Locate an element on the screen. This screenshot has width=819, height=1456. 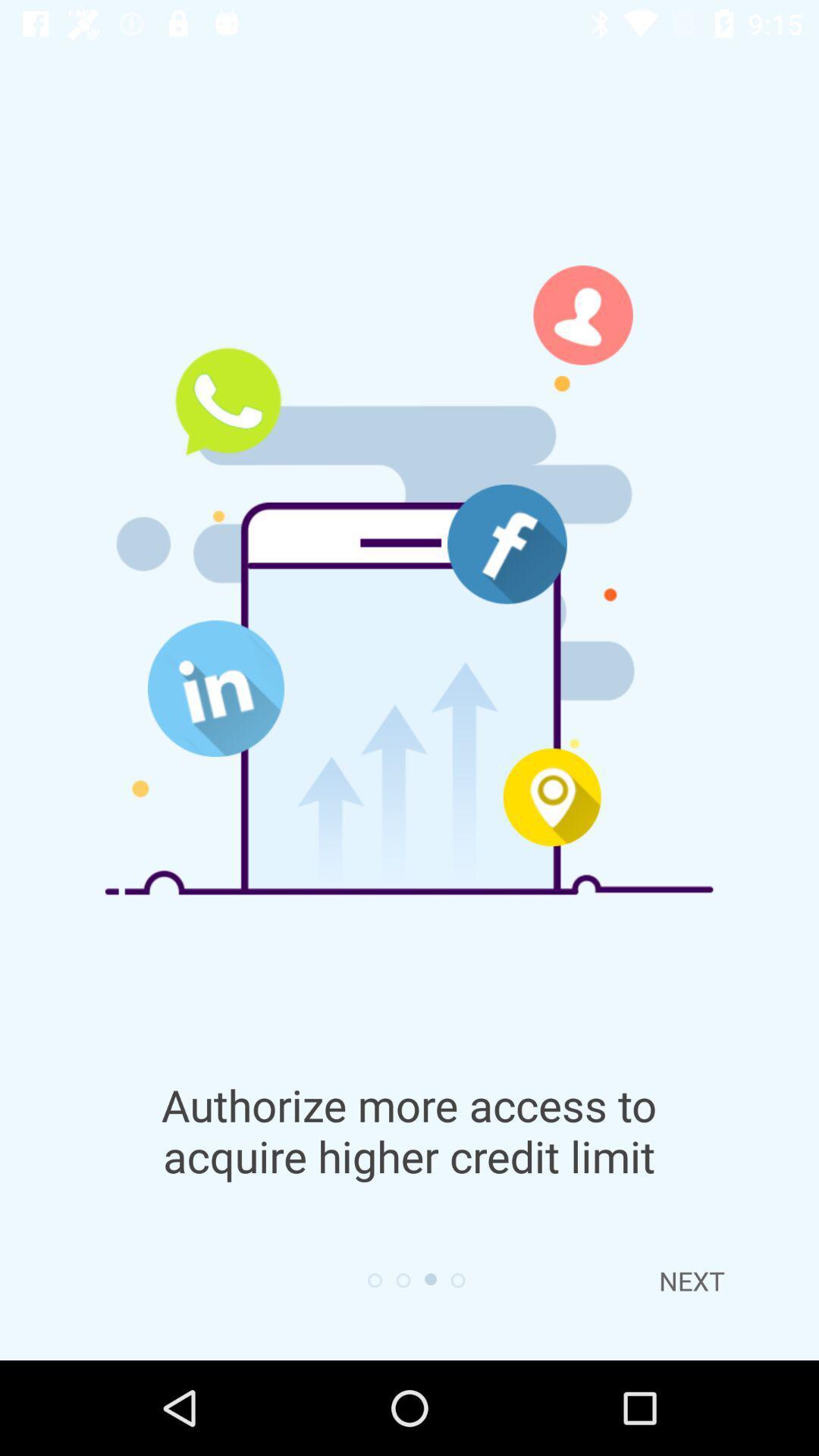
next at the bottom right corner is located at coordinates (691, 1280).